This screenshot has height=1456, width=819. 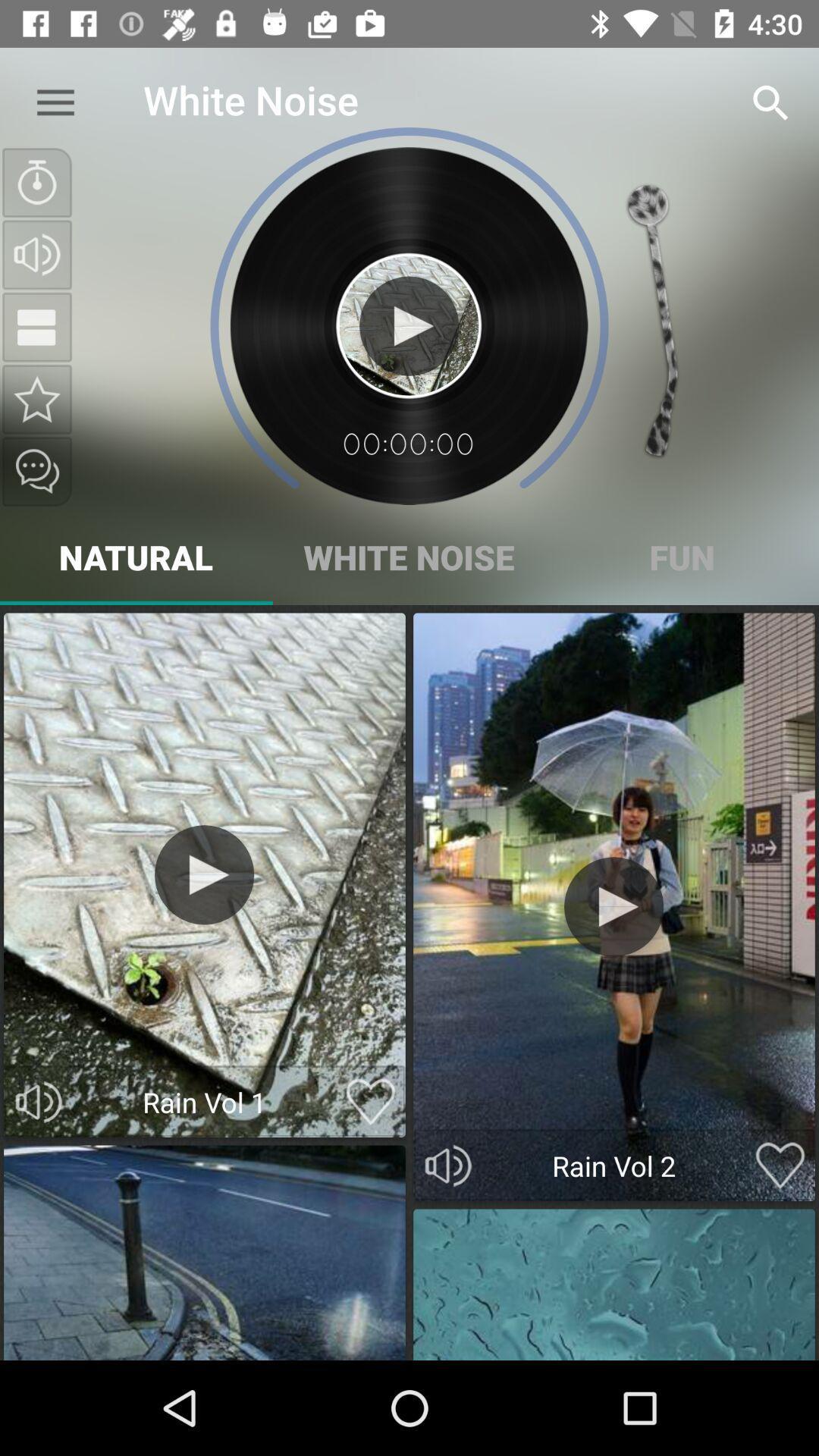 What do you see at coordinates (36, 182) in the screenshot?
I see `the time icon` at bounding box center [36, 182].